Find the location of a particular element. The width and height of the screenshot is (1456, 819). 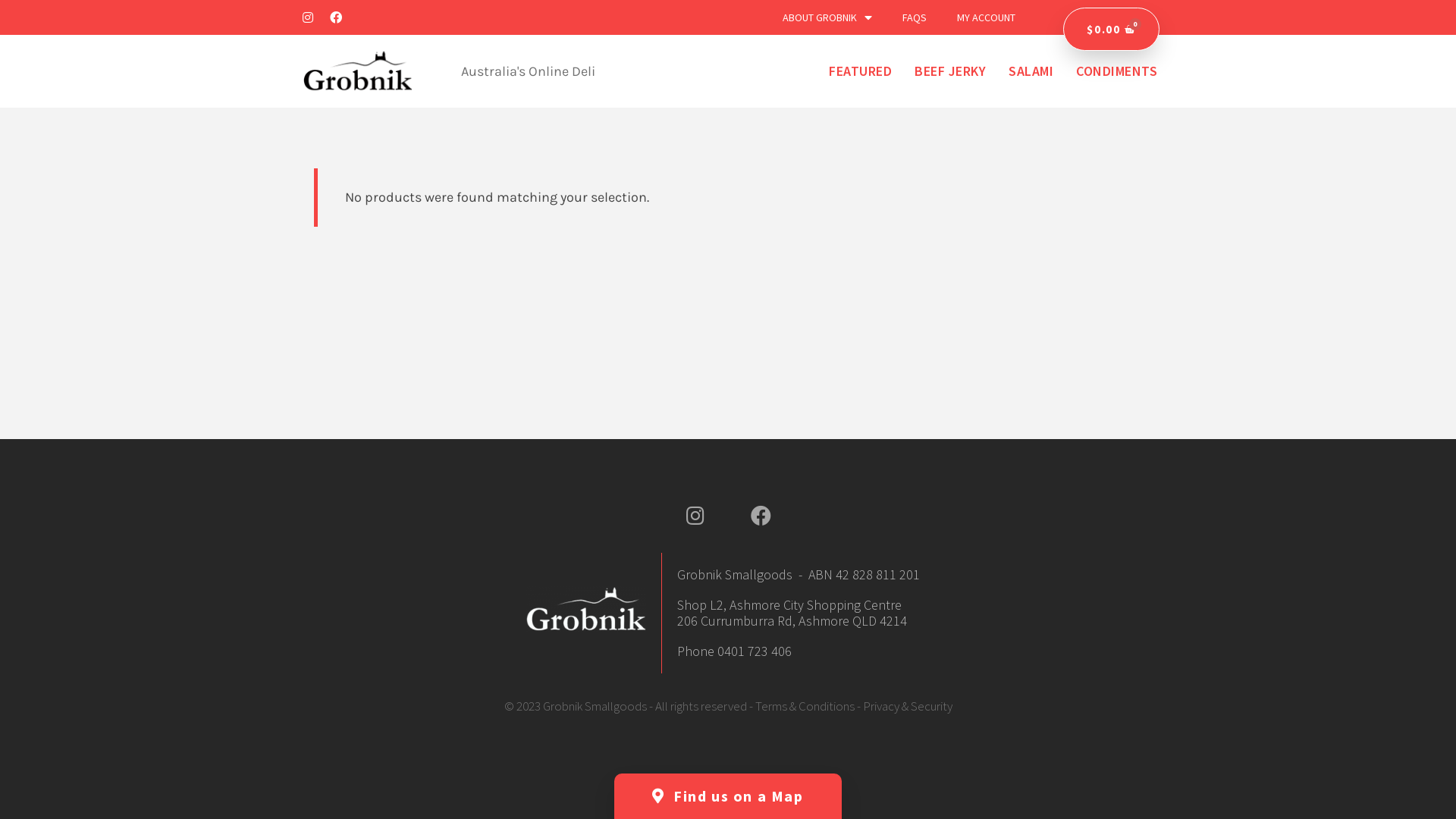

'FEATURED' is located at coordinates (860, 71).